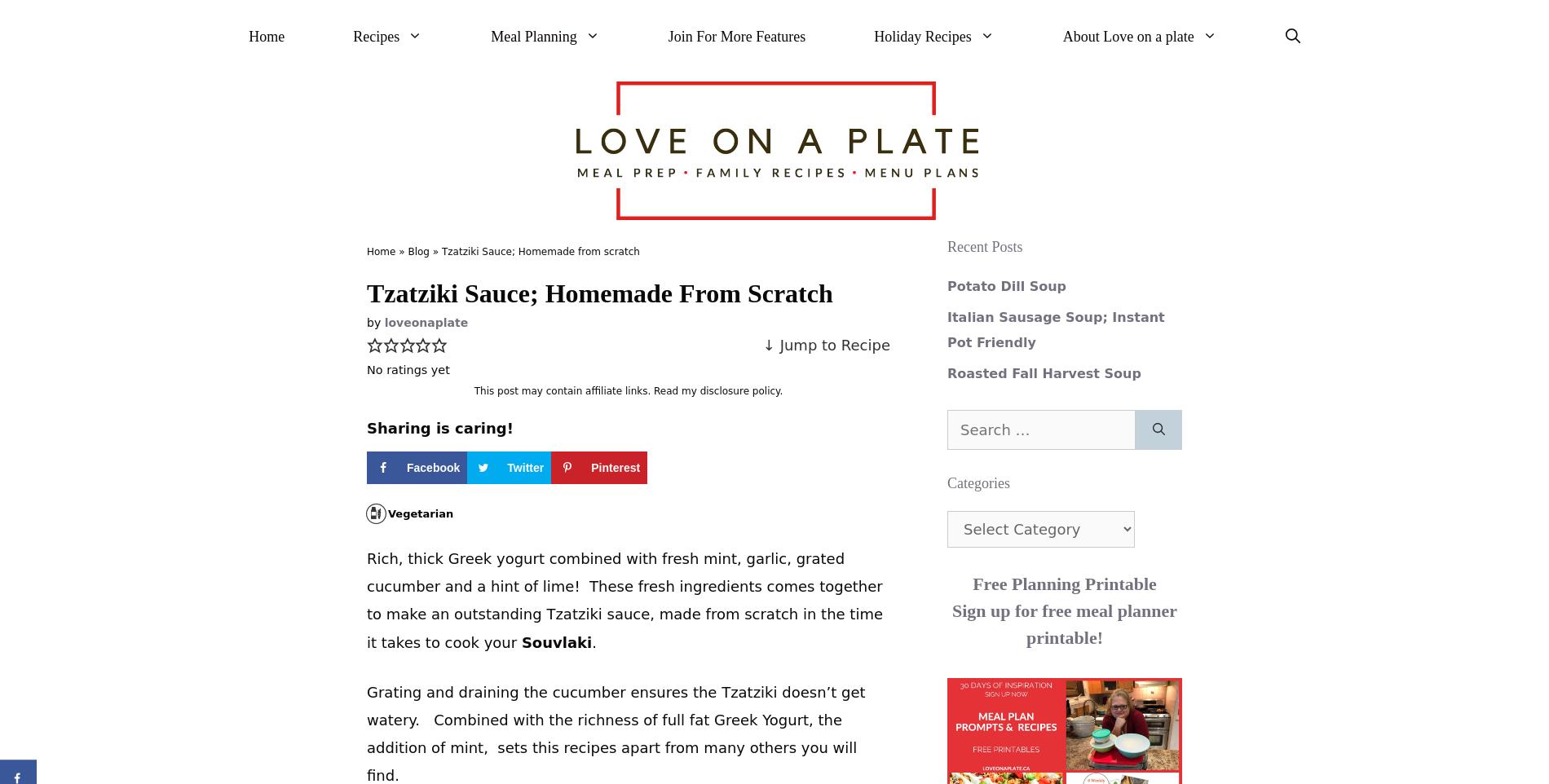 This screenshot has height=784, width=1549. Describe the element at coordinates (1055, 328) in the screenshot. I see `'Italian Sausage Soup; Instant Pot Friendly'` at that location.